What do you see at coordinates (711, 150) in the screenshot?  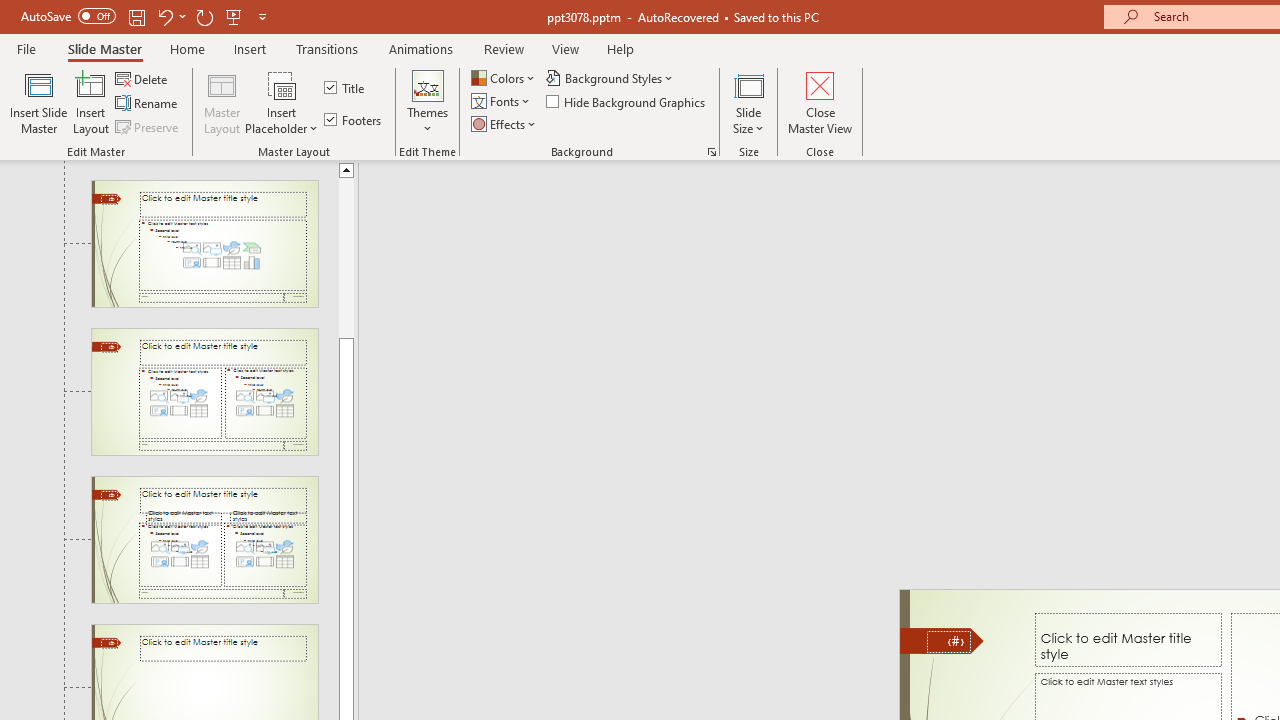 I see `'Format Background...'` at bounding box center [711, 150].